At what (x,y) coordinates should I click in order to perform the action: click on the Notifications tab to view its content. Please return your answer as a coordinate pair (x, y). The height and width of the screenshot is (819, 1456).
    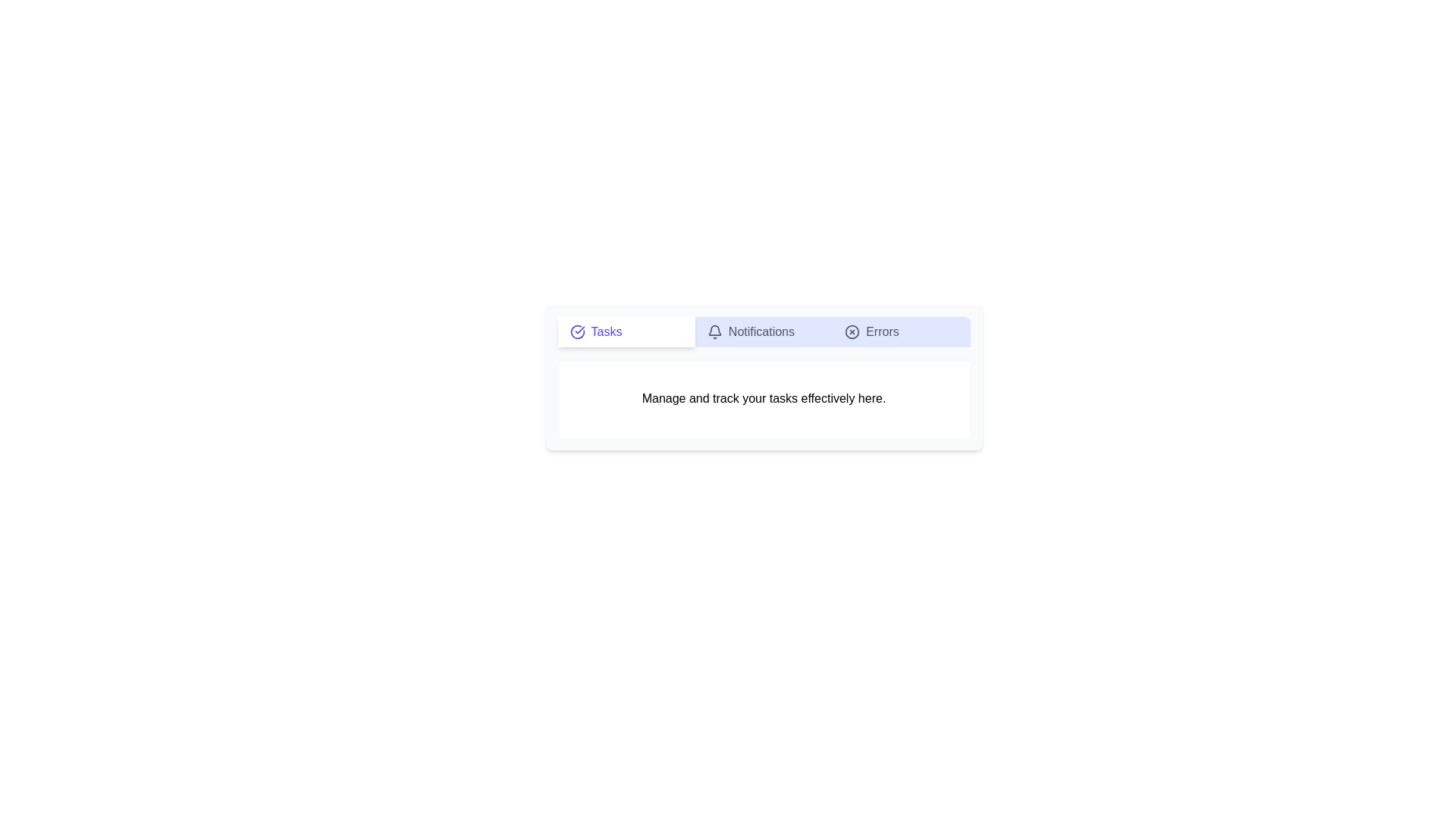
    Looking at the image, I should click on (764, 331).